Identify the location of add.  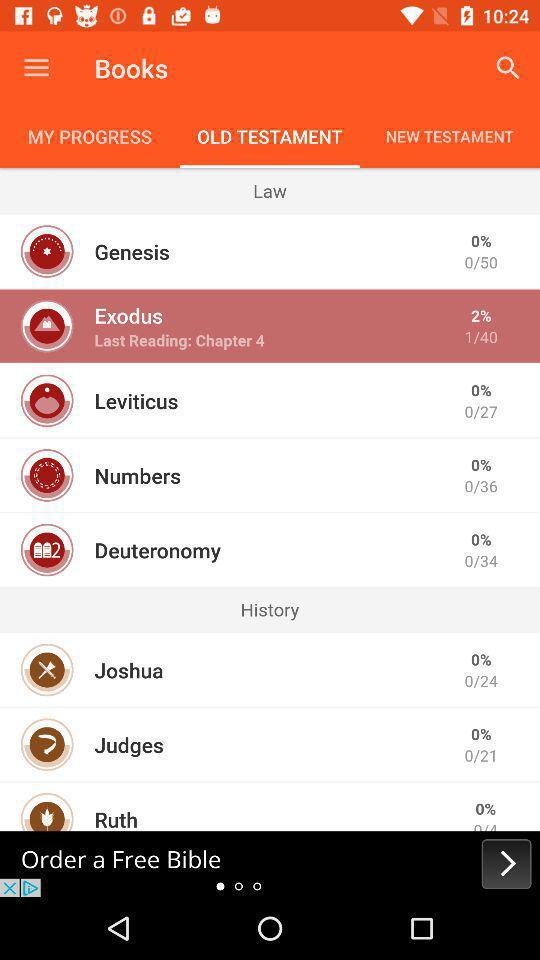
(270, 863).